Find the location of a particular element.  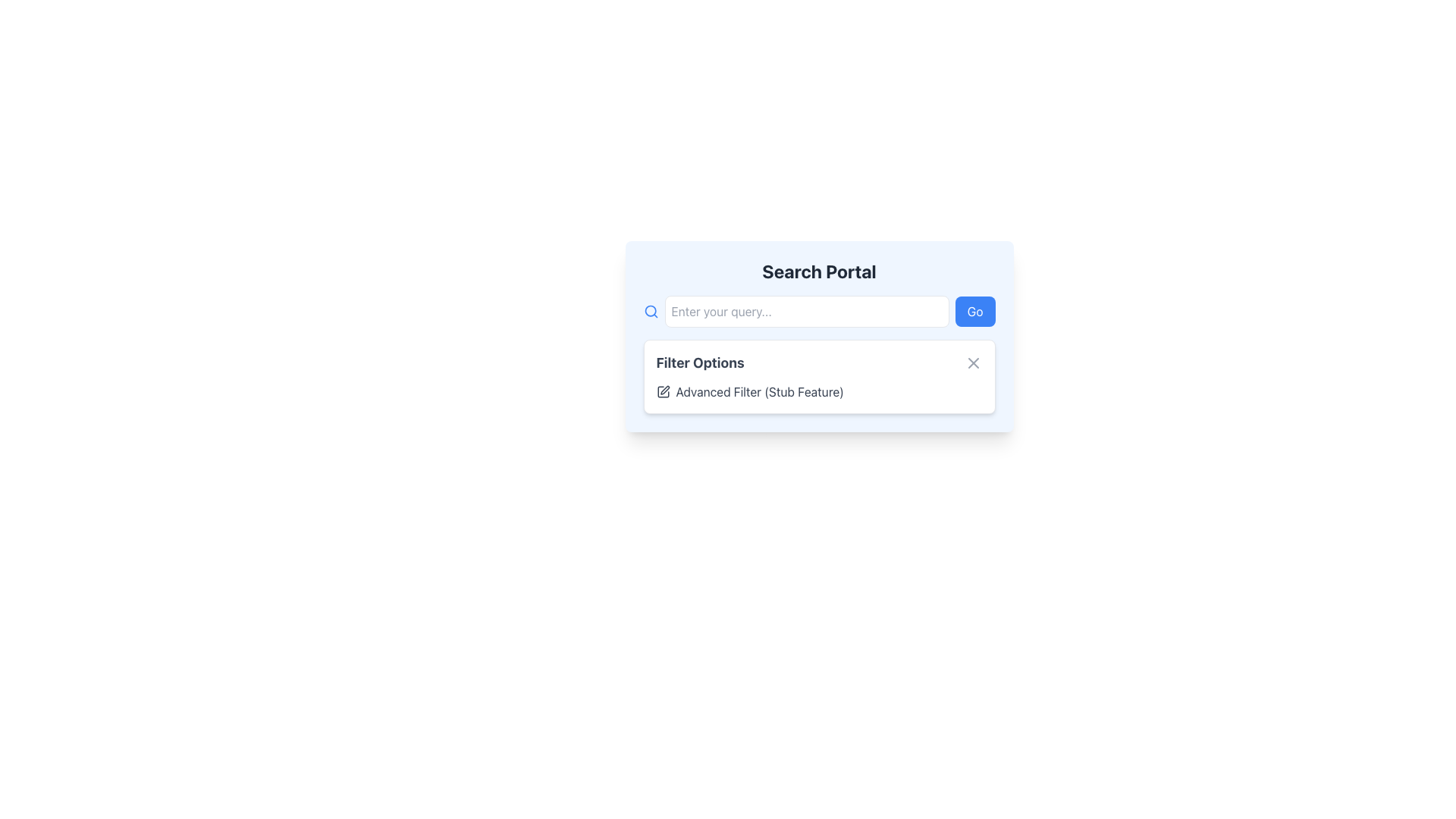

the Close Button, which is a small gray 'X' icon located on the far-right side of the 'Filter Options' heading is located at coordinates (973, 362).